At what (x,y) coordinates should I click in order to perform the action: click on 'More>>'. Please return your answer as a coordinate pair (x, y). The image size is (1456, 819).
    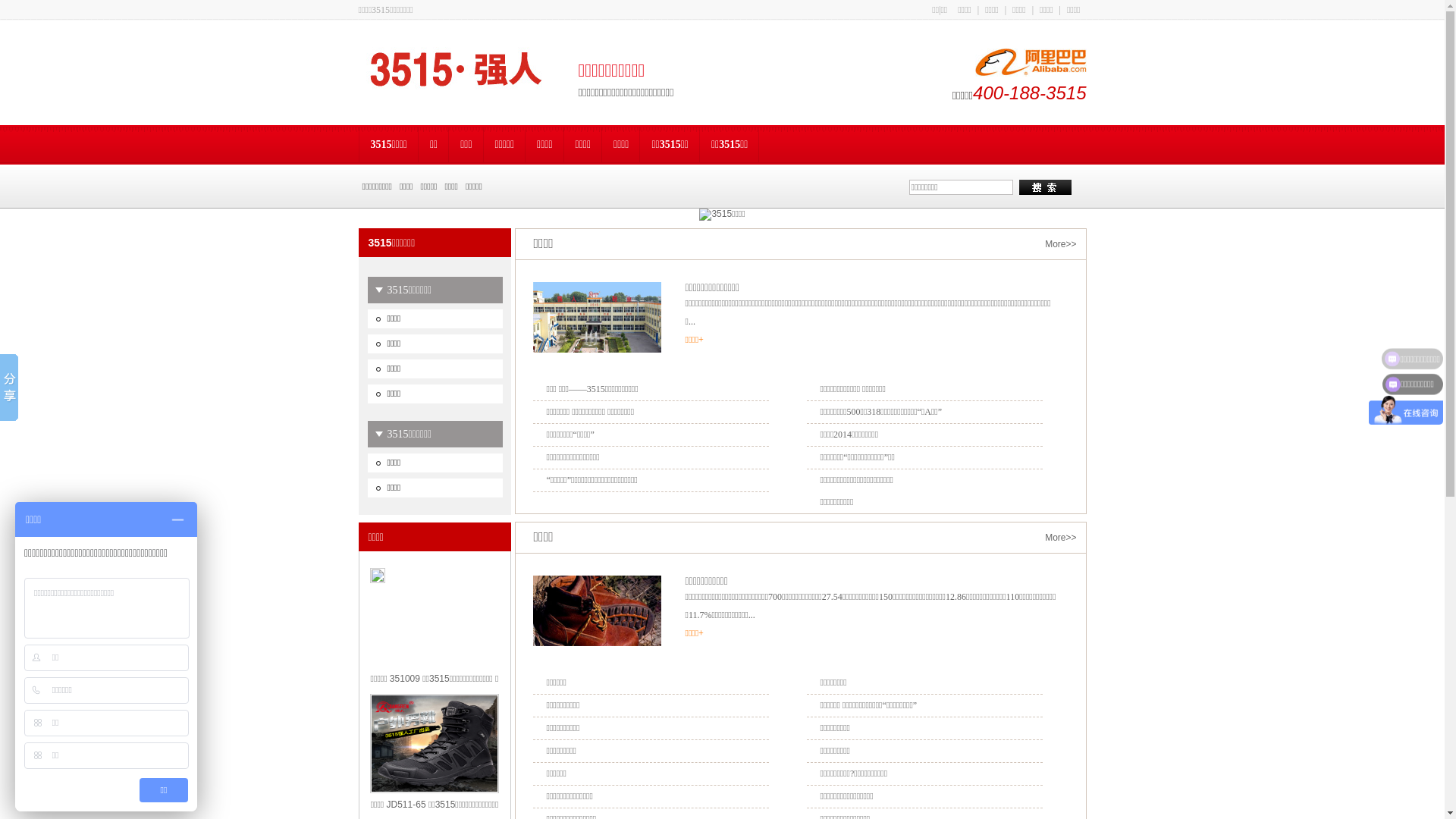
    Looking at the image, I should click on (1059, 537).